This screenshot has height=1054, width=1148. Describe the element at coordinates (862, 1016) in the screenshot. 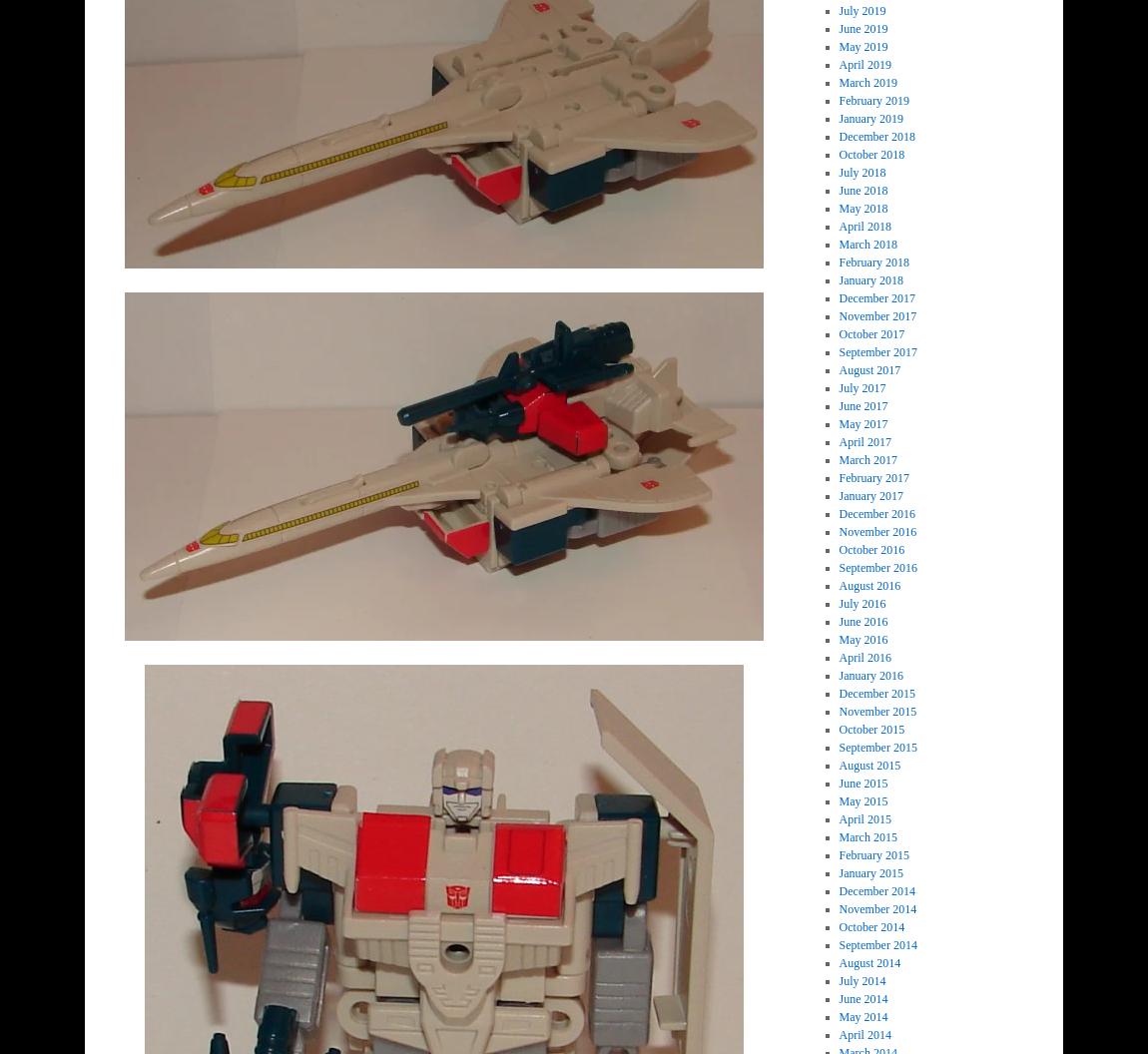

I see `'May 2014'` at that location.